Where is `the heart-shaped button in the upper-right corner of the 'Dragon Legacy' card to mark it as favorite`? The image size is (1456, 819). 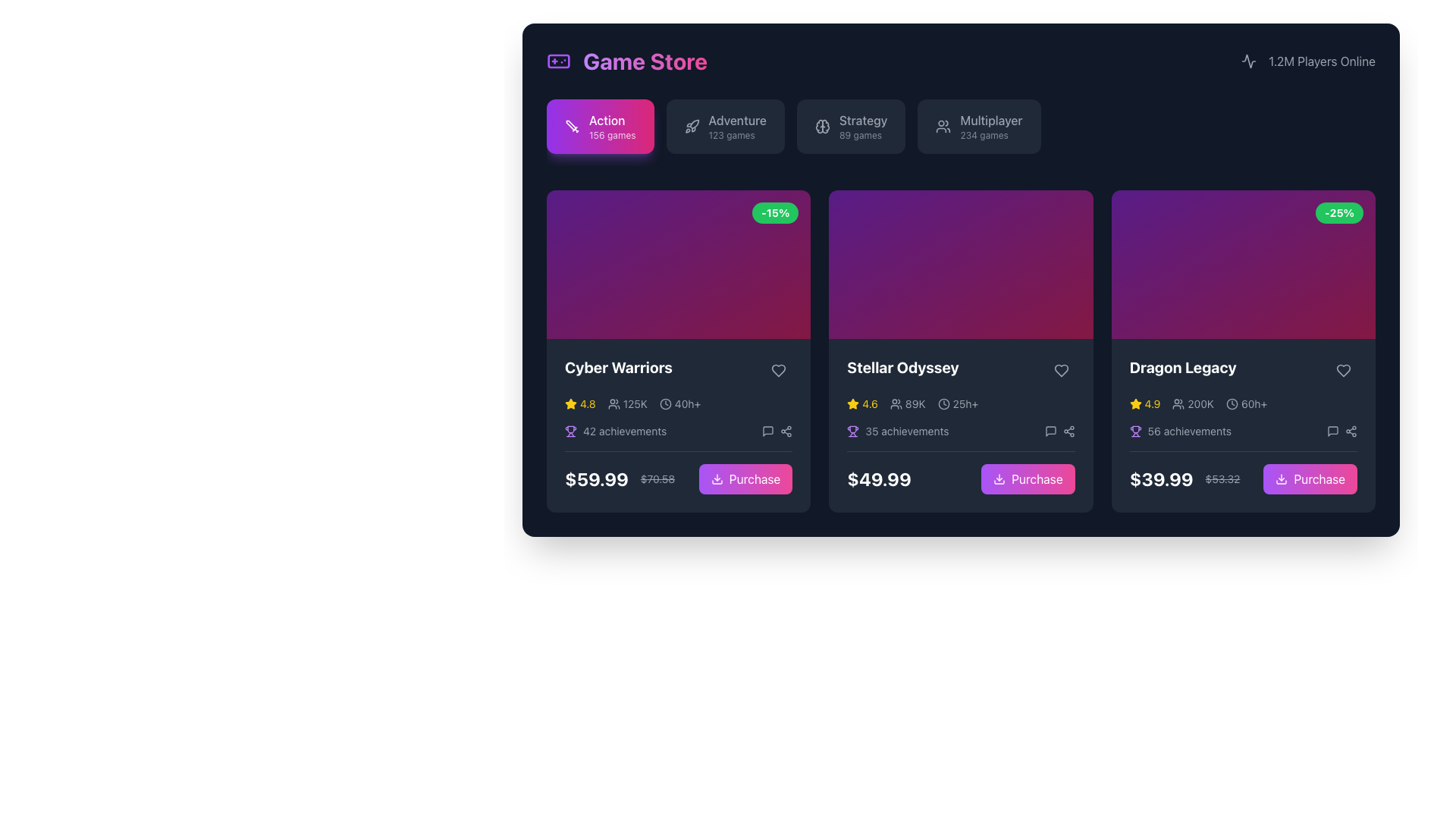 the heart-shaped button in the upper-right corner of the 'Dragon Legacy' card to mark it as favorite is located at coordinates (1343, 370).